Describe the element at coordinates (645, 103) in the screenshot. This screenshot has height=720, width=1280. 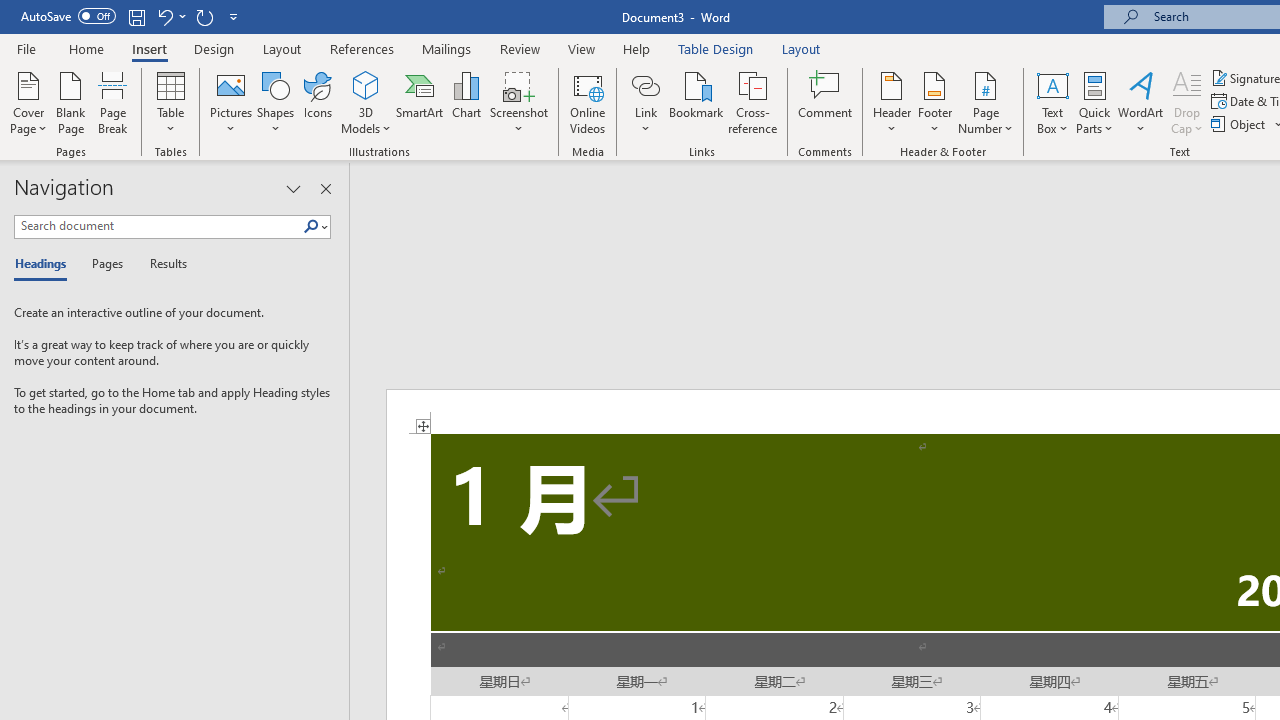
I see `'Link'` at that location.